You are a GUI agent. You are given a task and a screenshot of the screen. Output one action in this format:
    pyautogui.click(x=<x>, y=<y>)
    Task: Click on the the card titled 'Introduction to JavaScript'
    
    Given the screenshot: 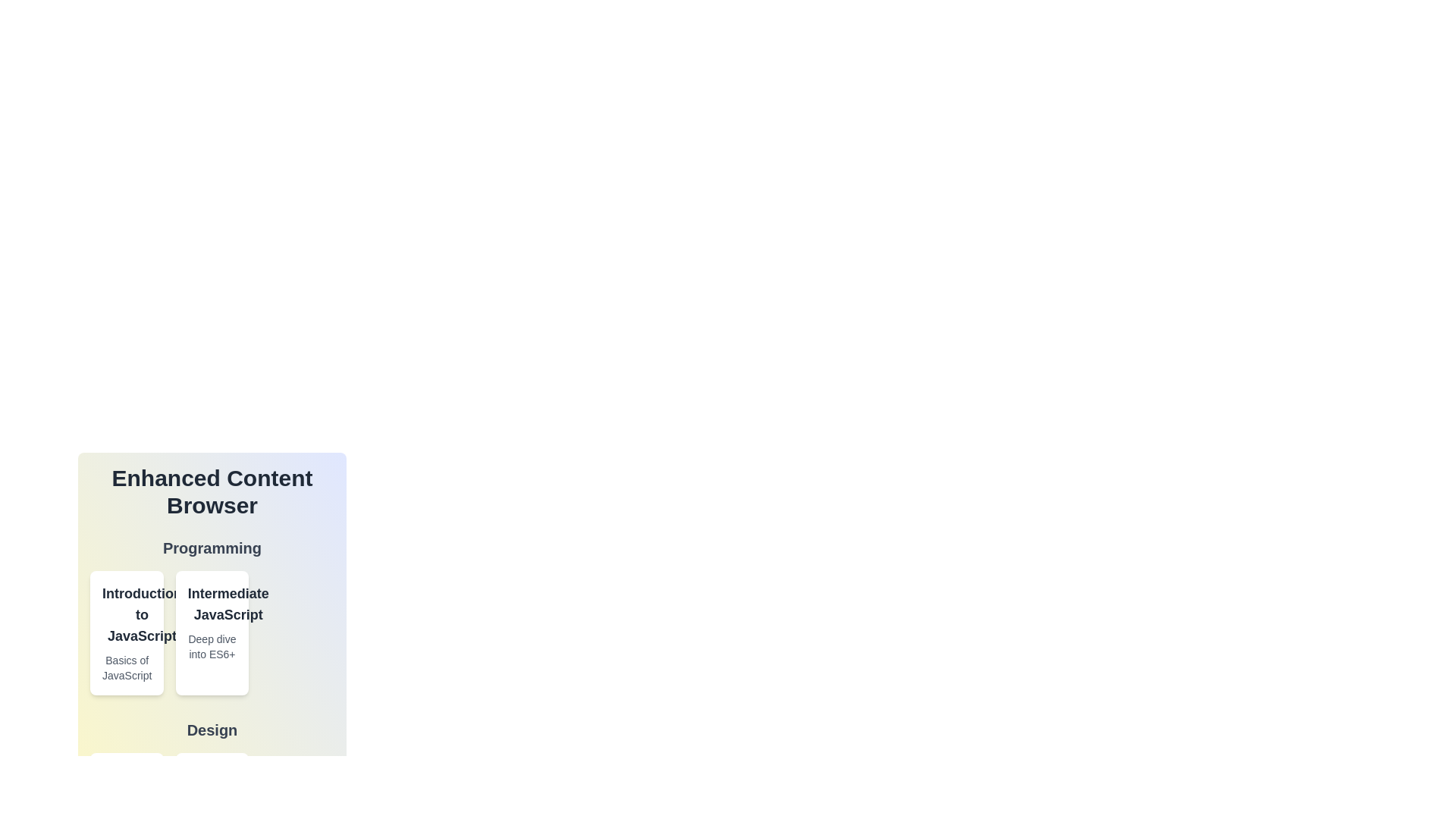 What is the action you would take?
    pyautogui.click(x=127, y=632)
    